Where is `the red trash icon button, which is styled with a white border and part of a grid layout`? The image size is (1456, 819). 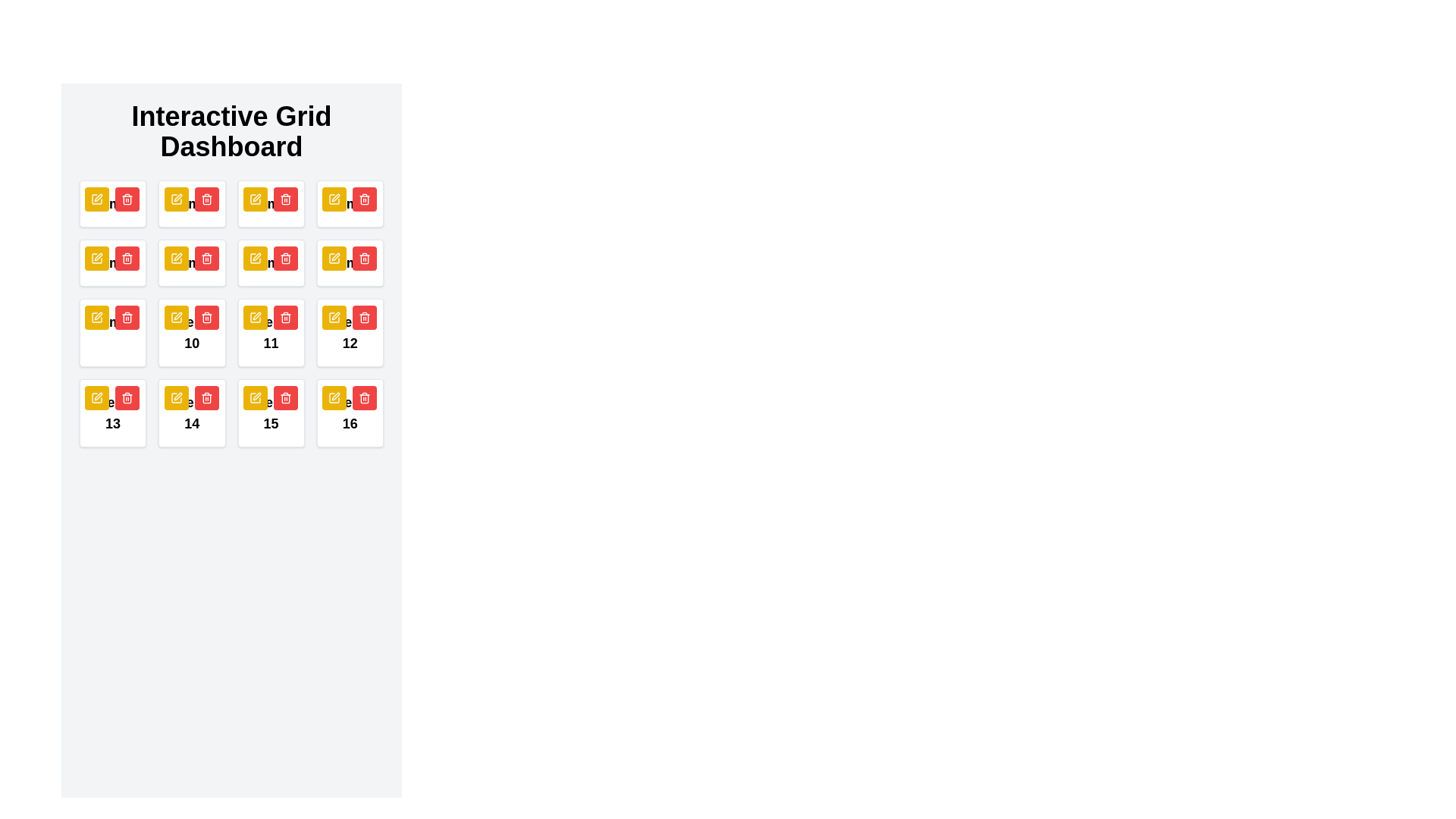 the red trash icon button, which is styled with a white border and part of a grid layout is located at coordinates (206, 397).